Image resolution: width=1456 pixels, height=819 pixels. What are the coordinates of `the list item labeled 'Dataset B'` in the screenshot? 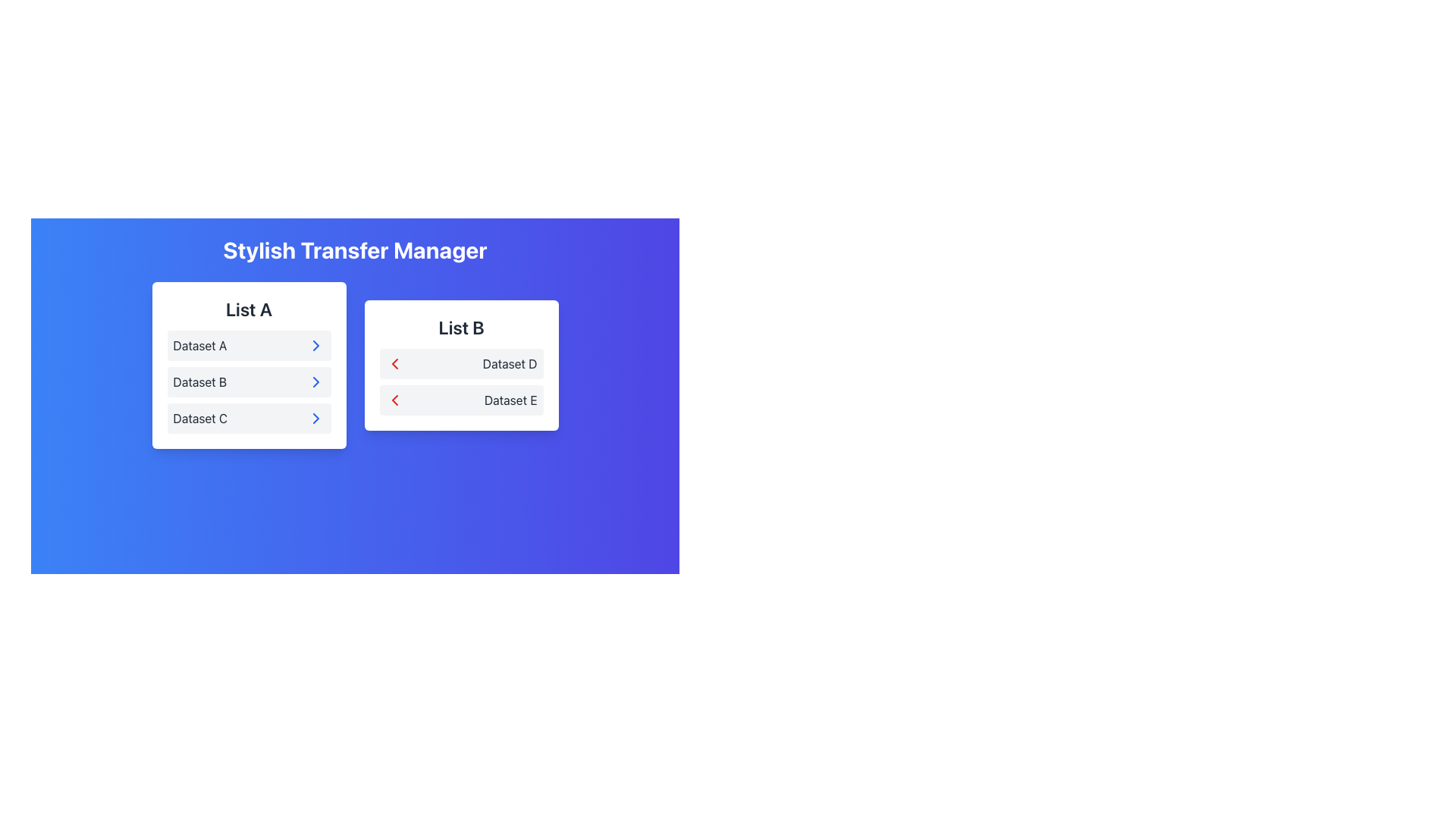 It's located at (249, 381).